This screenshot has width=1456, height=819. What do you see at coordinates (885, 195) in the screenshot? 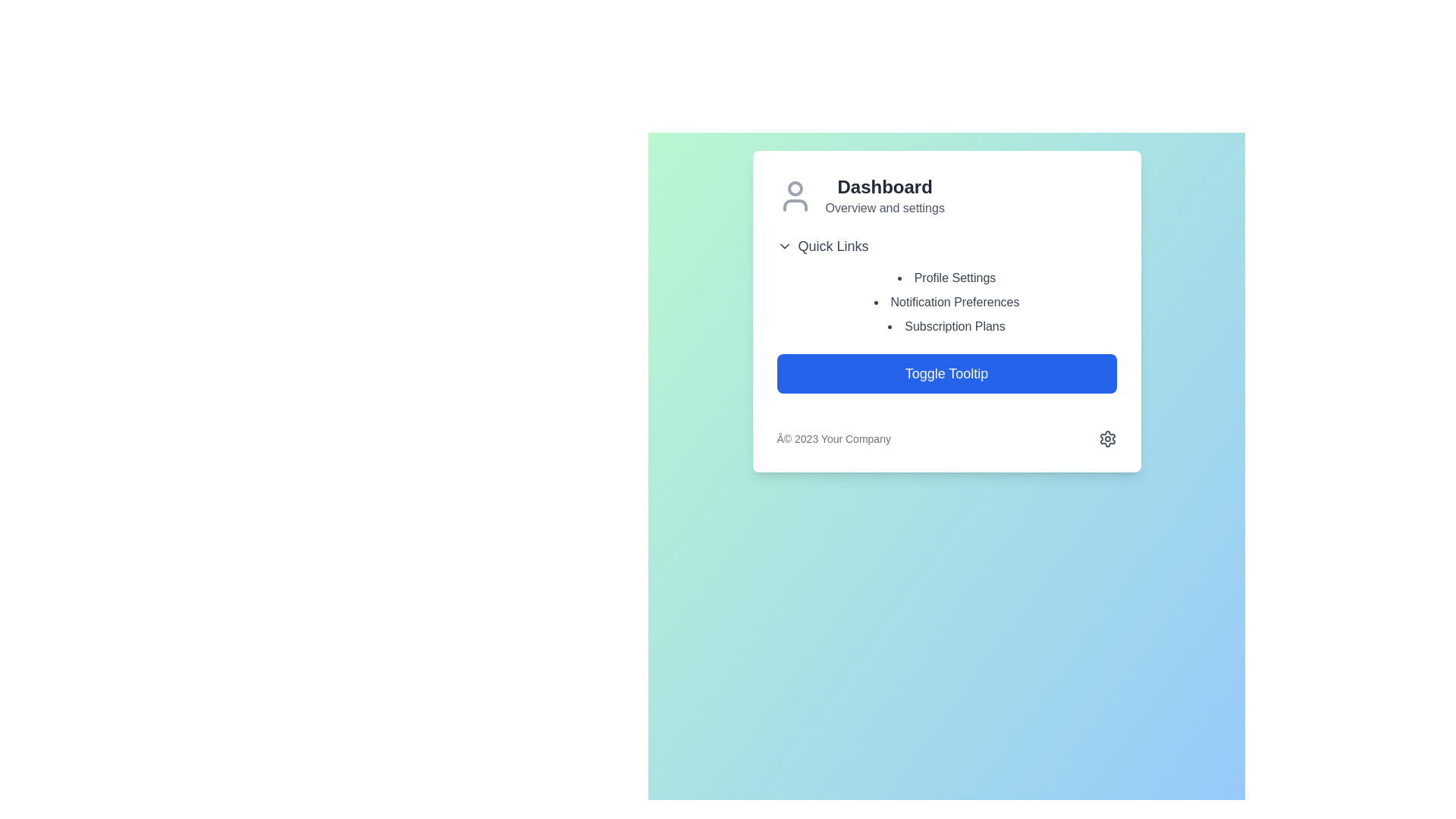
I see `the Text label located in the upper central portion of the popup card, which serves as a title and description for the content area` at bounding box center [885, 195].